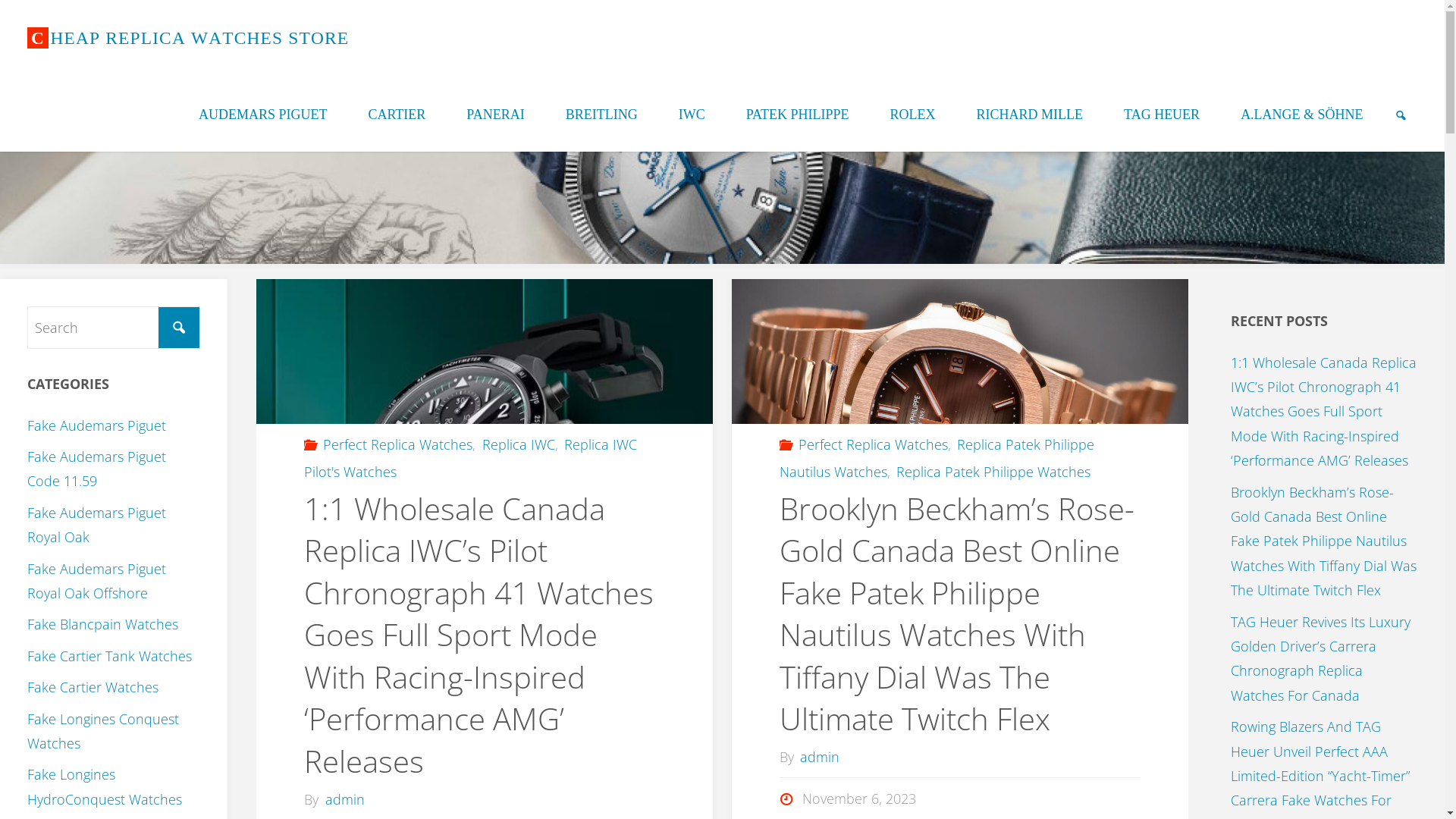 The width and height of the screenshot is (1456, 819). I want to click on 'Fake Longines HydroConquest Watches', so click(104, 786).